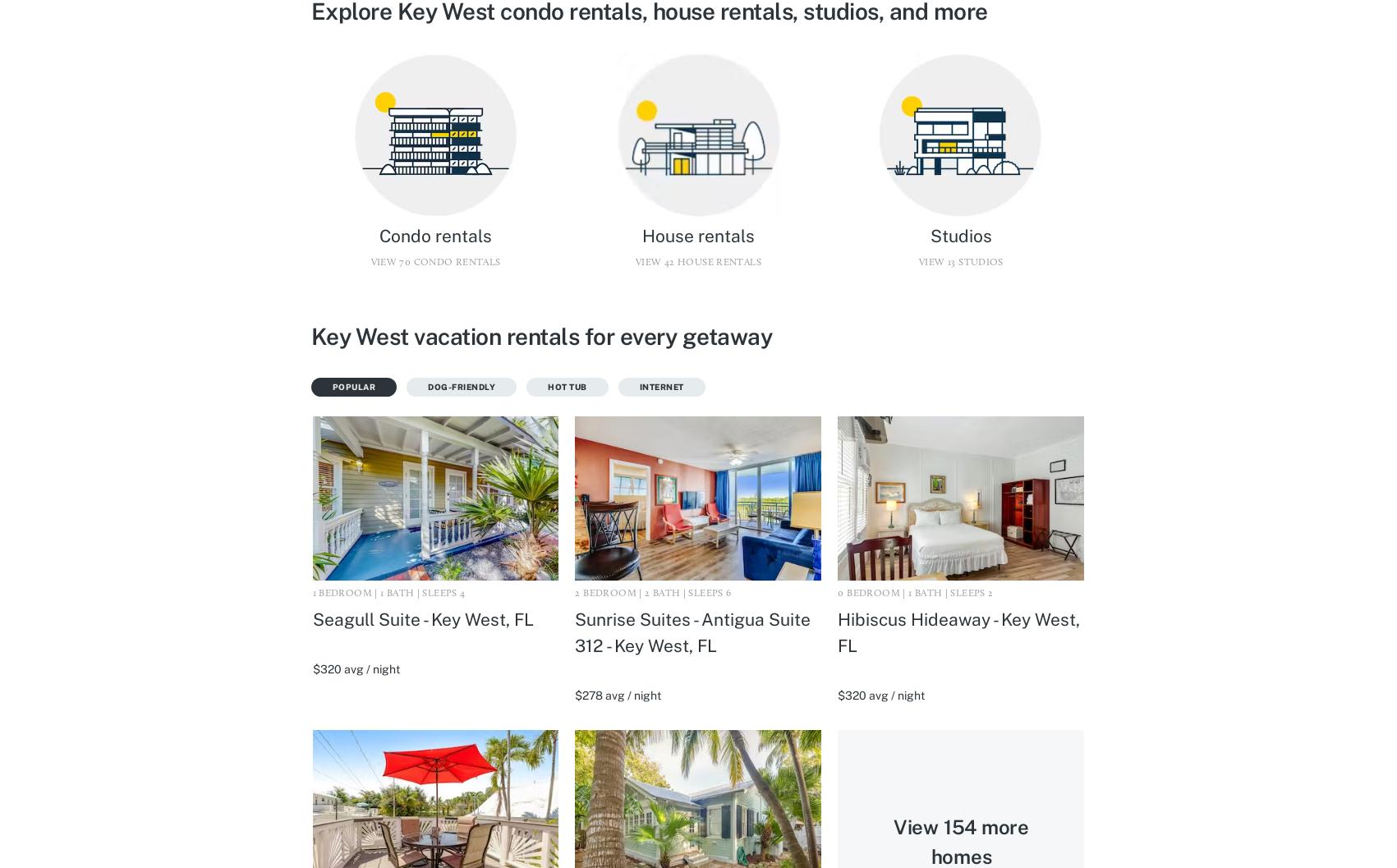 Image resolution: width=1397 pixels, height=868 pixels. I want to click on 'Studios', so click(959, 234).